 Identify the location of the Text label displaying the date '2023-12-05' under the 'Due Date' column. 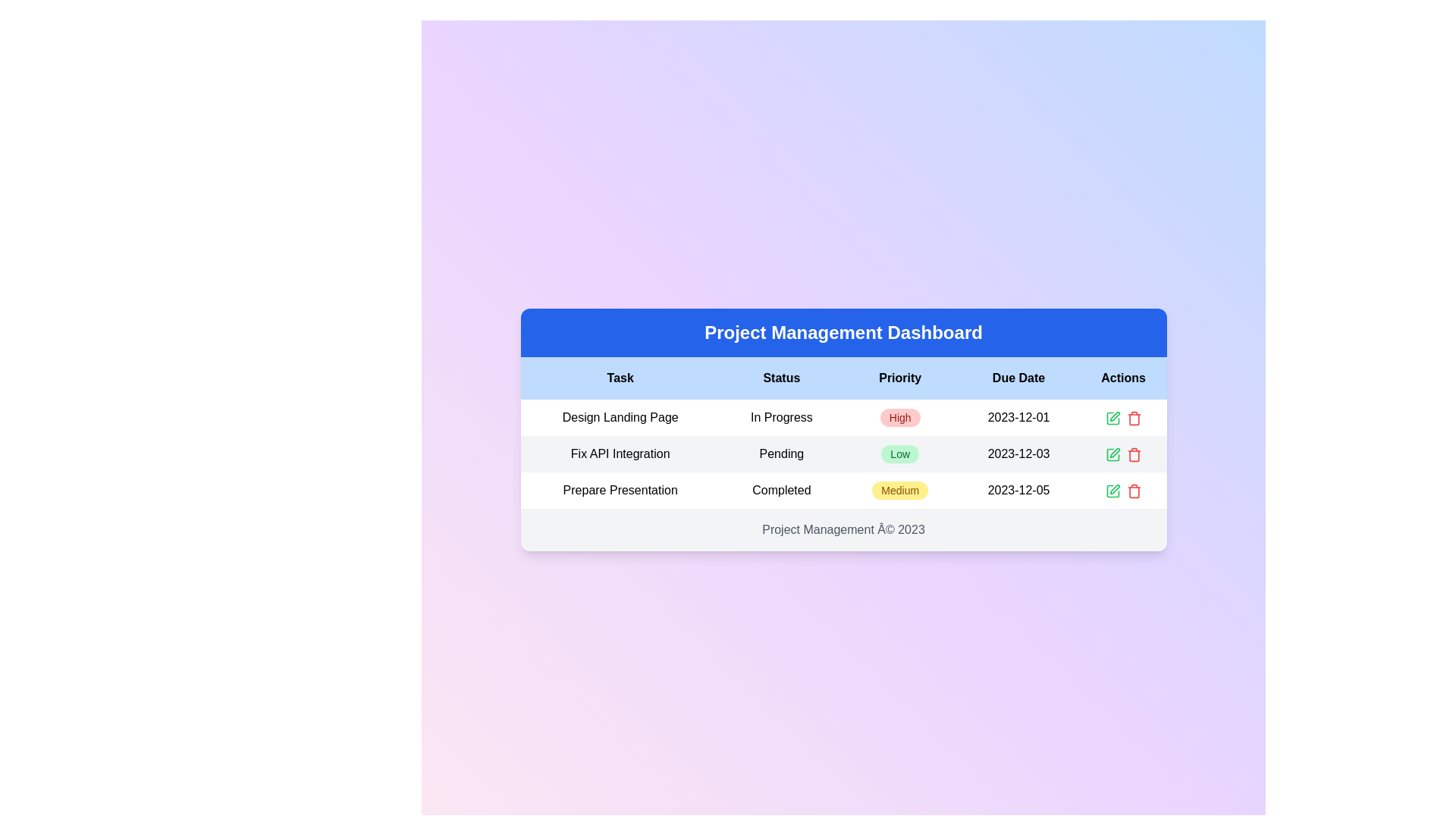
(1018, 491).